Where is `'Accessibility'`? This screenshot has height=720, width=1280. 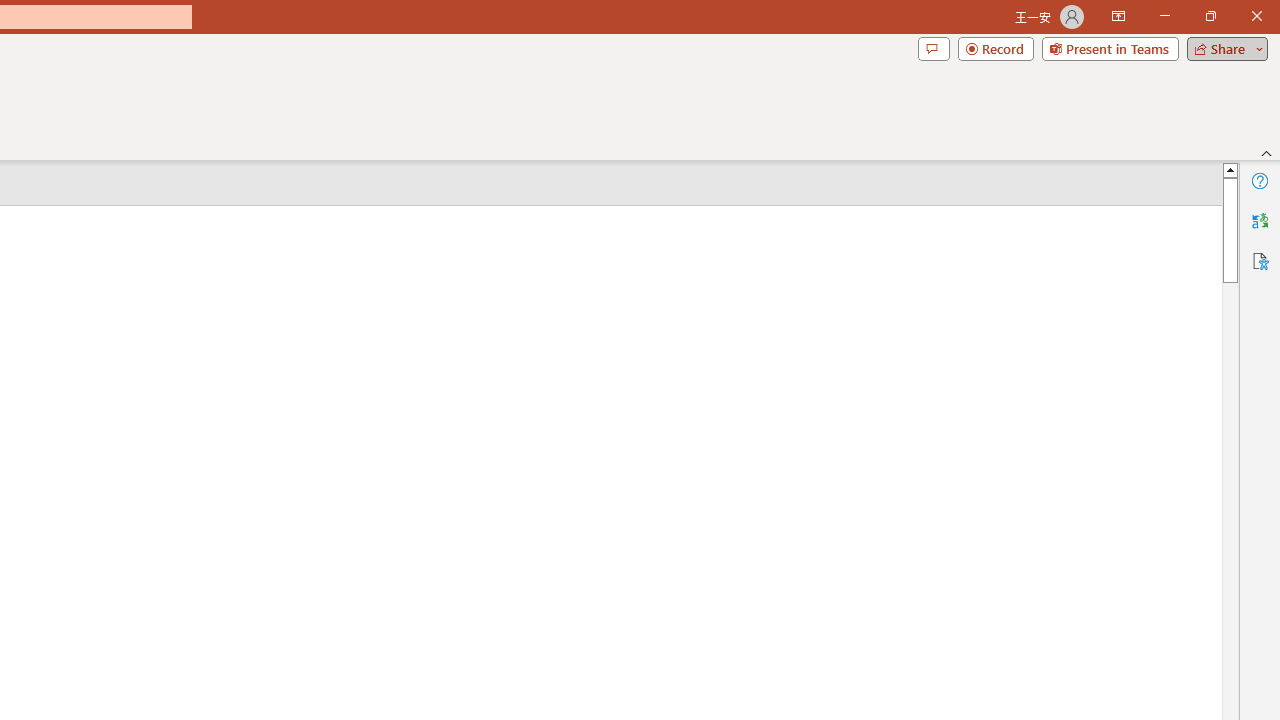
'Accessibility' is located at coordinates (1259, 260).